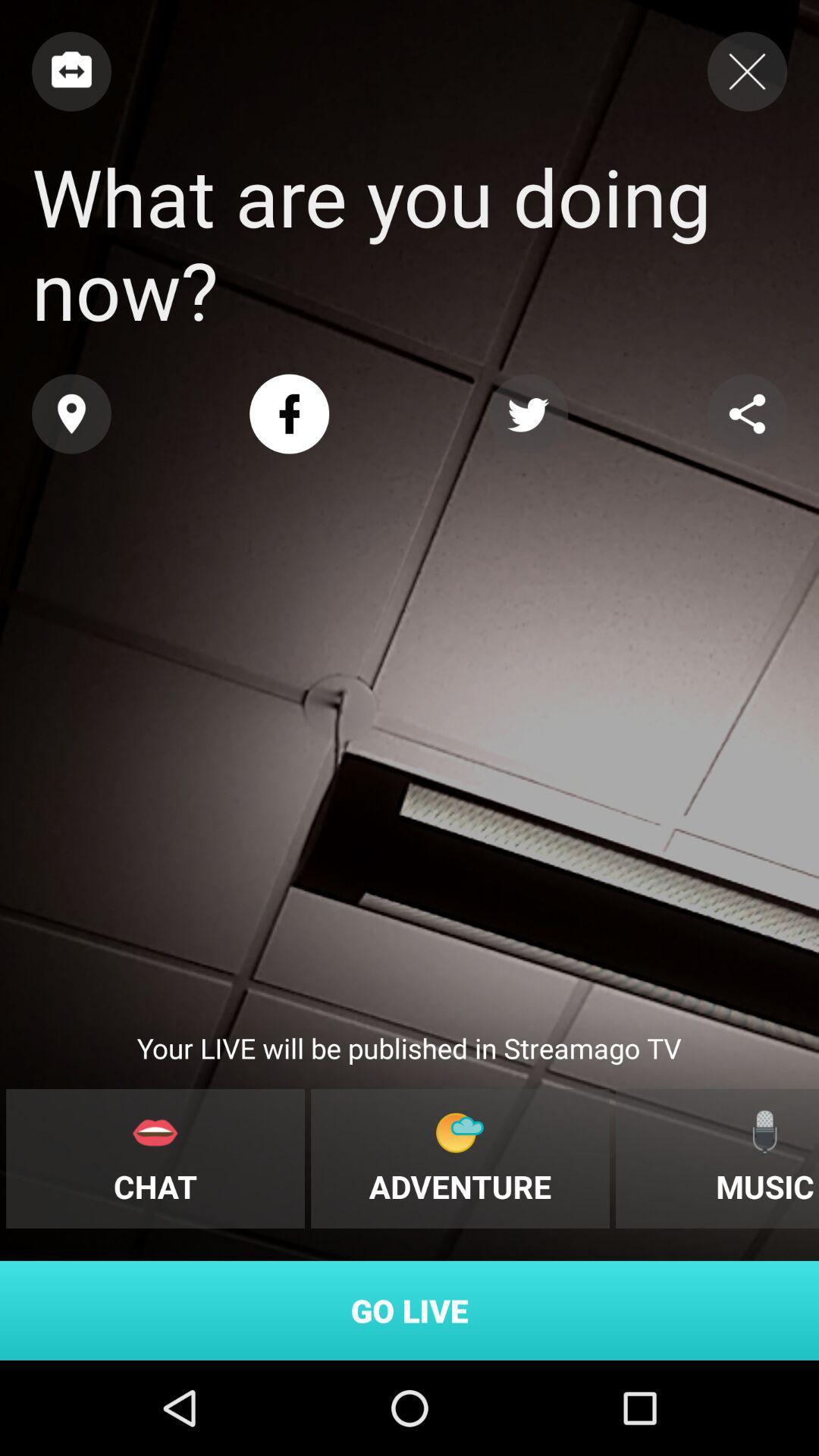 The width and height of the screenshot is (819, 1456). Describe the element at coordinates (71, 71) in the screenshot. I see `previous page` at that location.